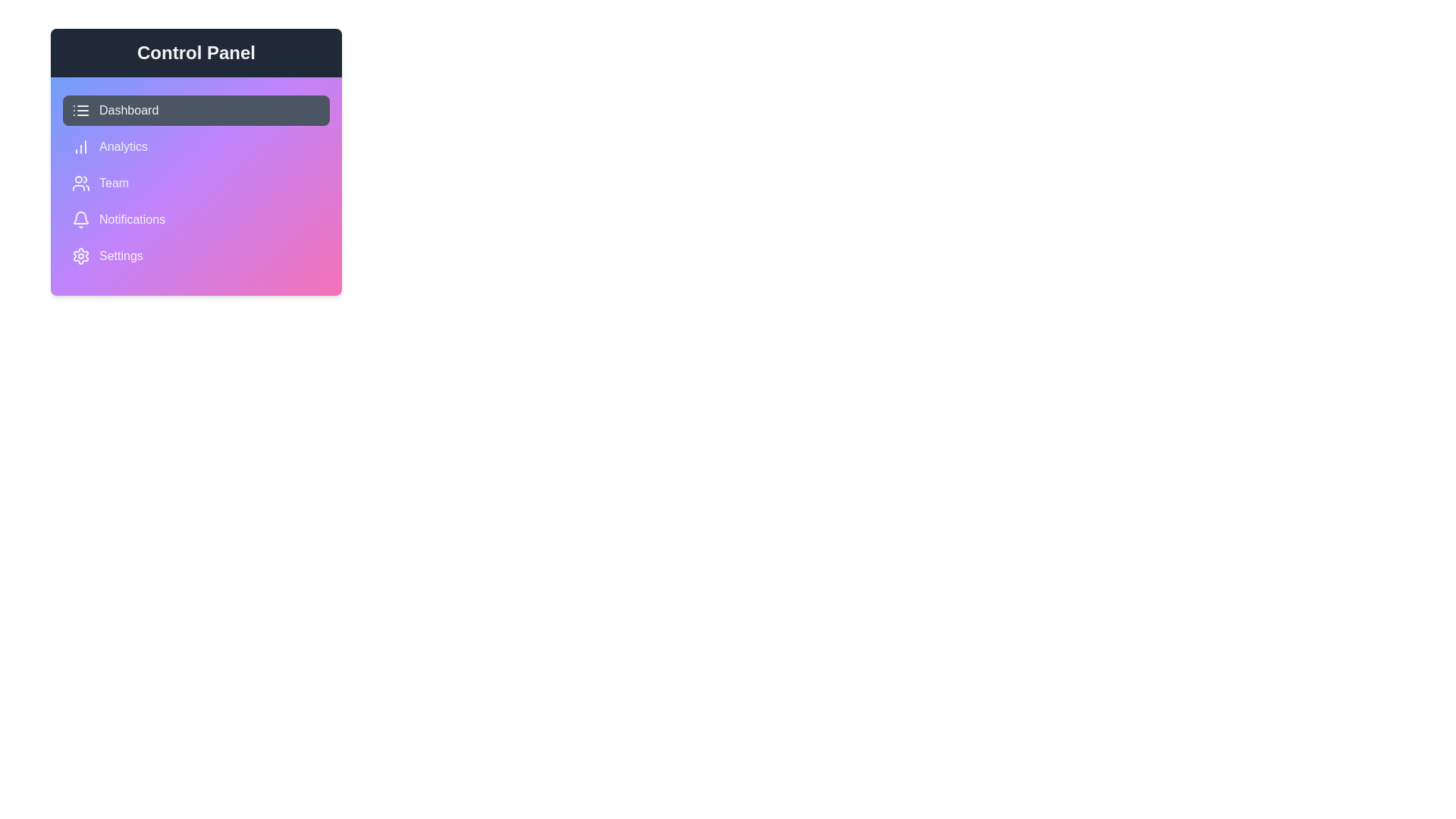  Describe the element at coordinates (129, 110) in the screenshot. I see `the 'Dashboard' text label located within the first entry of a vertical navigation menu in the left-aligned control panel` at that location.